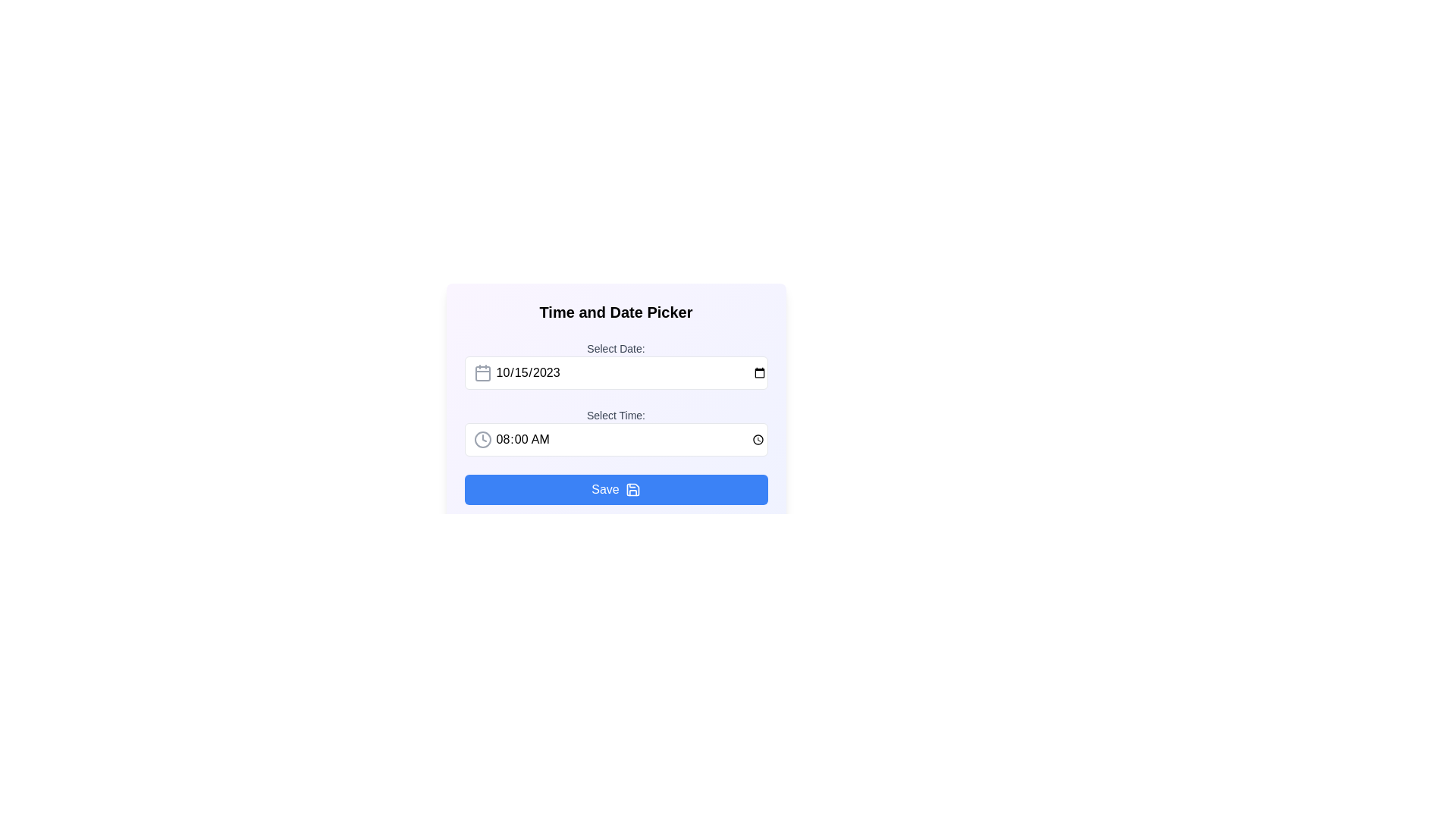 This screenshot has height=819, width=1456. I want to click on the clock icon with a circular frame and two hands in the 'Select Time' section, located to the left of the input field displaying '08:00 AM', so click(482, 439).